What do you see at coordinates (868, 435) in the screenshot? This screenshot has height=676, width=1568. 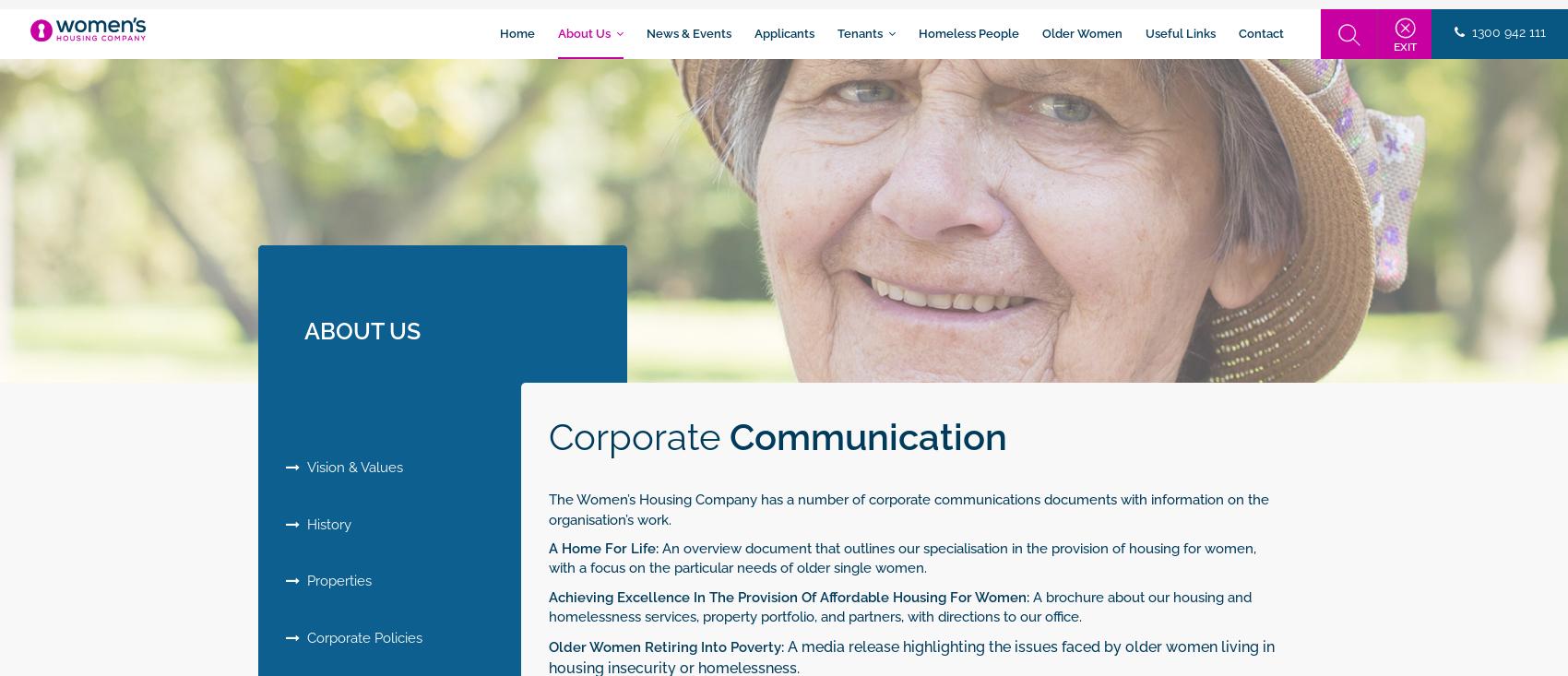 I see `'Communication'` at bounding box center [868, 435].